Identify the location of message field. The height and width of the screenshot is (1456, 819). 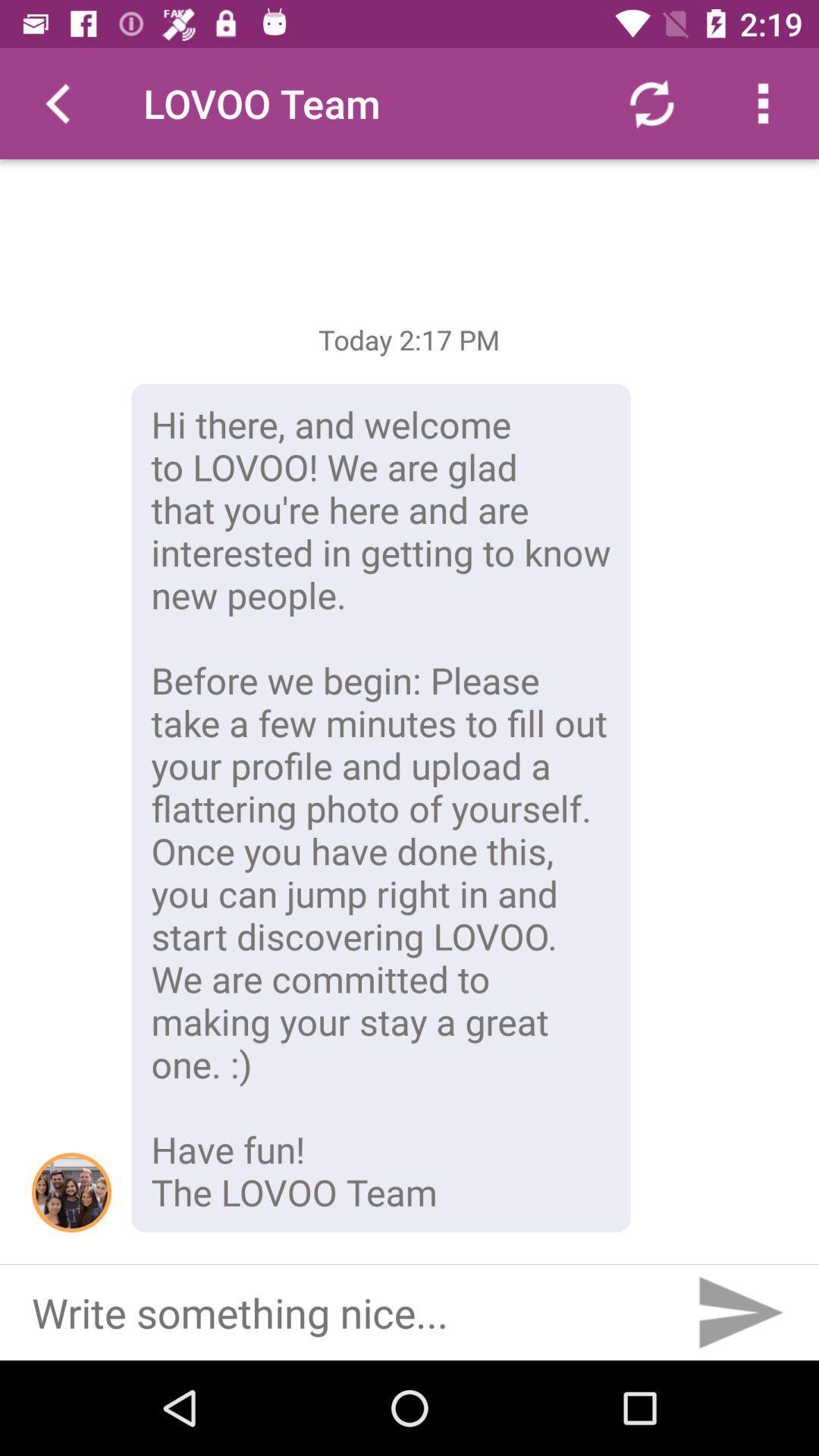
(340, 1312).